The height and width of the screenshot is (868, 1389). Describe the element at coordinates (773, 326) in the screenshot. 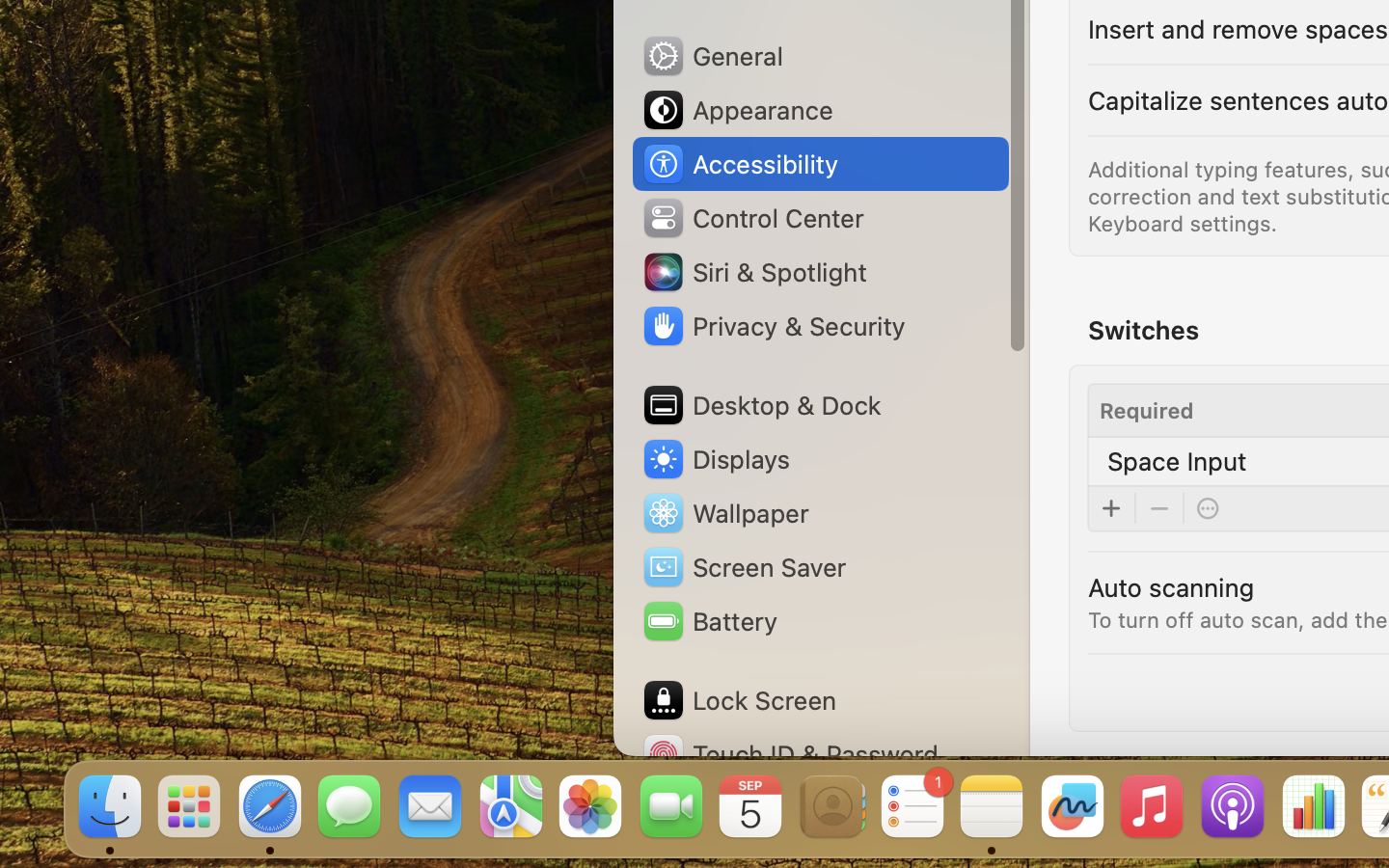

I see `'Privacy & Security'` at that location.